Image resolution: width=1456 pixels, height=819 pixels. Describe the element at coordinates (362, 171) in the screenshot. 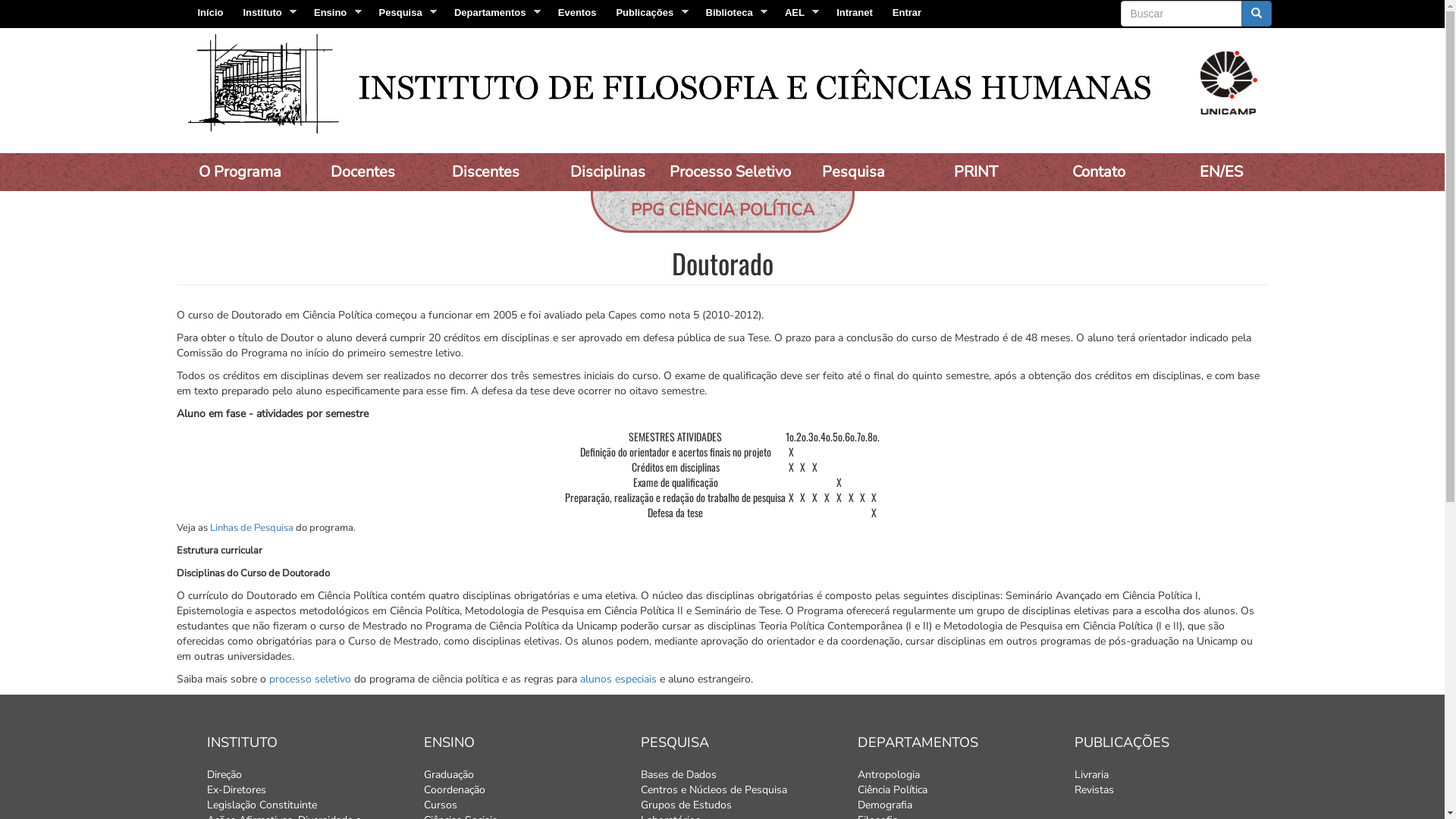

I see `'Docentes'` at that location.